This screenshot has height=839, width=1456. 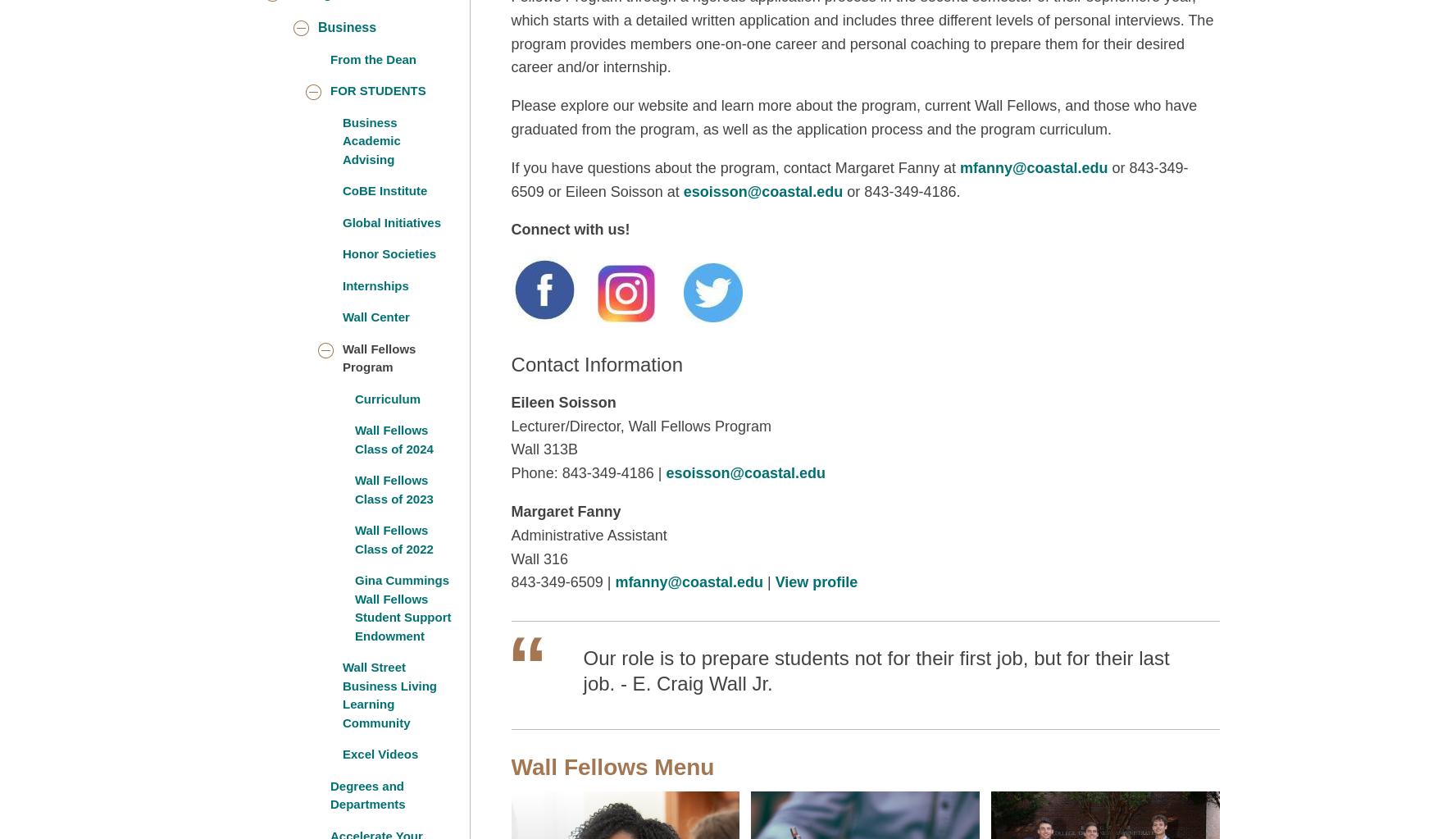 What do you see at coordinates (767, 581) in the screenshot?
I see `'|'` at bounding box center [767, 581].